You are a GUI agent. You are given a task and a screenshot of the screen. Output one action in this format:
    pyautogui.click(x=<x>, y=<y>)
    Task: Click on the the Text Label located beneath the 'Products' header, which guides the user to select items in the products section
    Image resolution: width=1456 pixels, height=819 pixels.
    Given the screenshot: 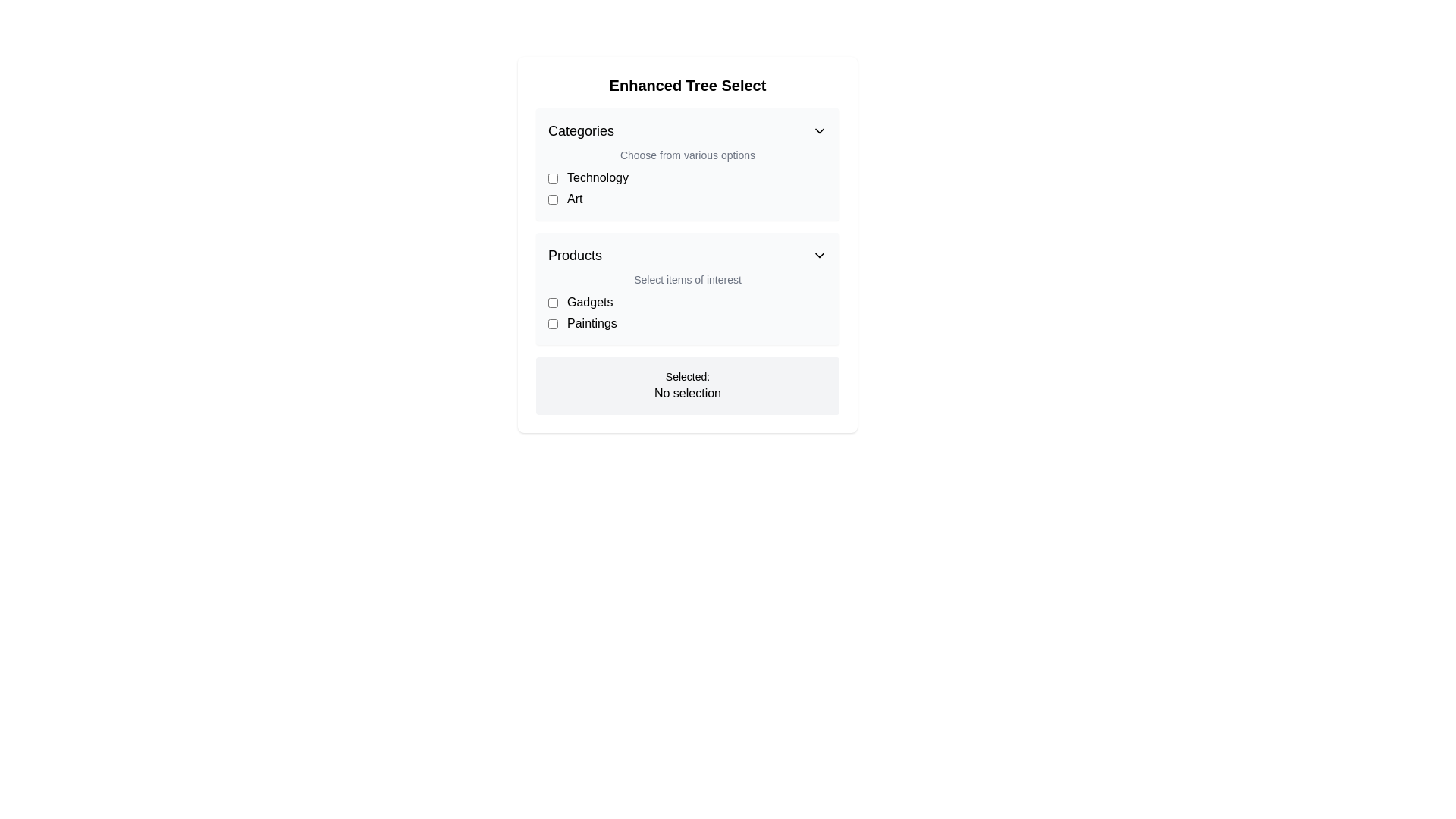 What is the action you would take?
    pyautogui.click(x=687, y=280)
    